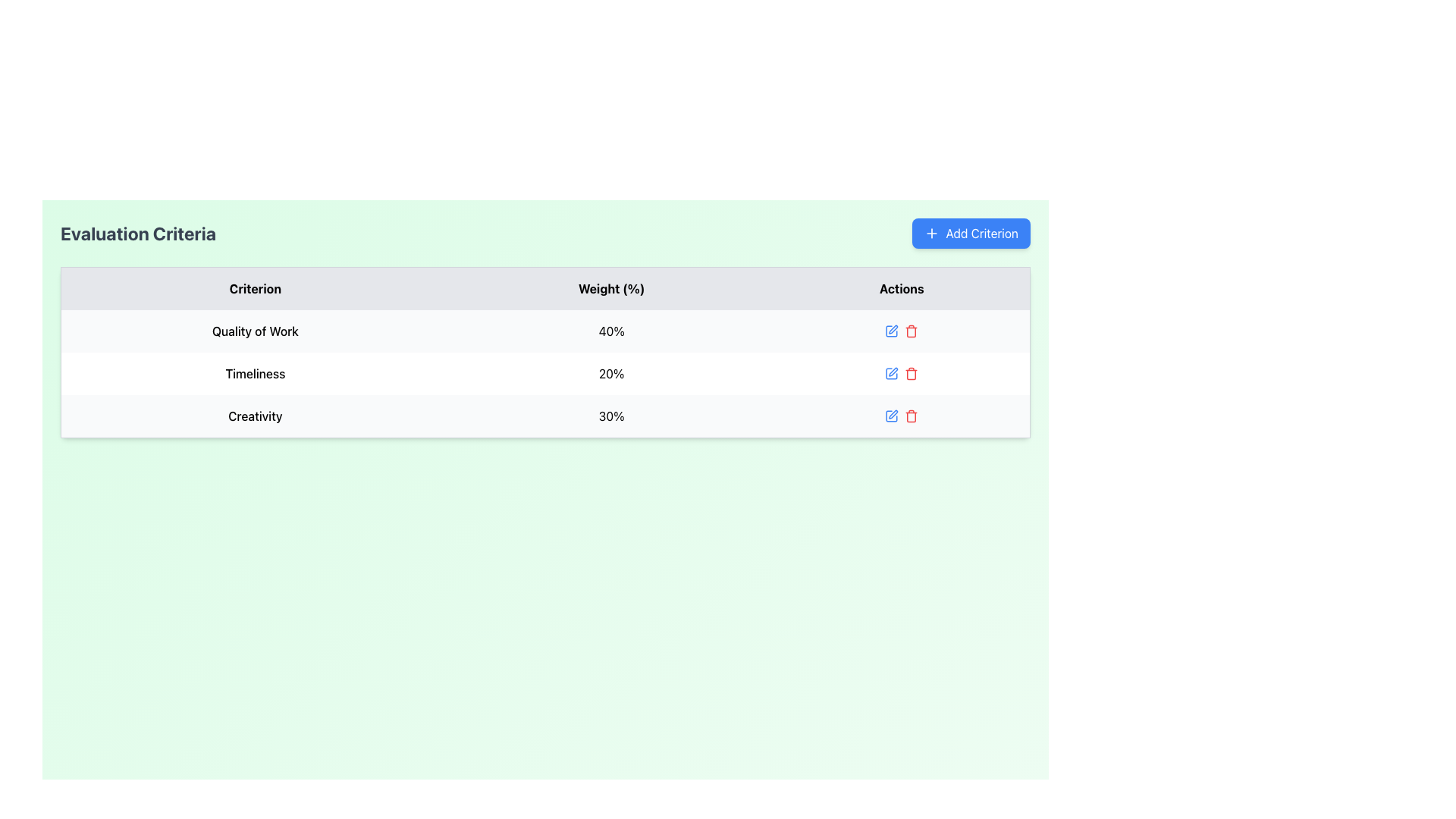  I want to click on the 'Timeliness' text label, which is centered in the second row of the table under the 'Evaluation Criteria' heading and styled with medium font weight, so click(255, 374).